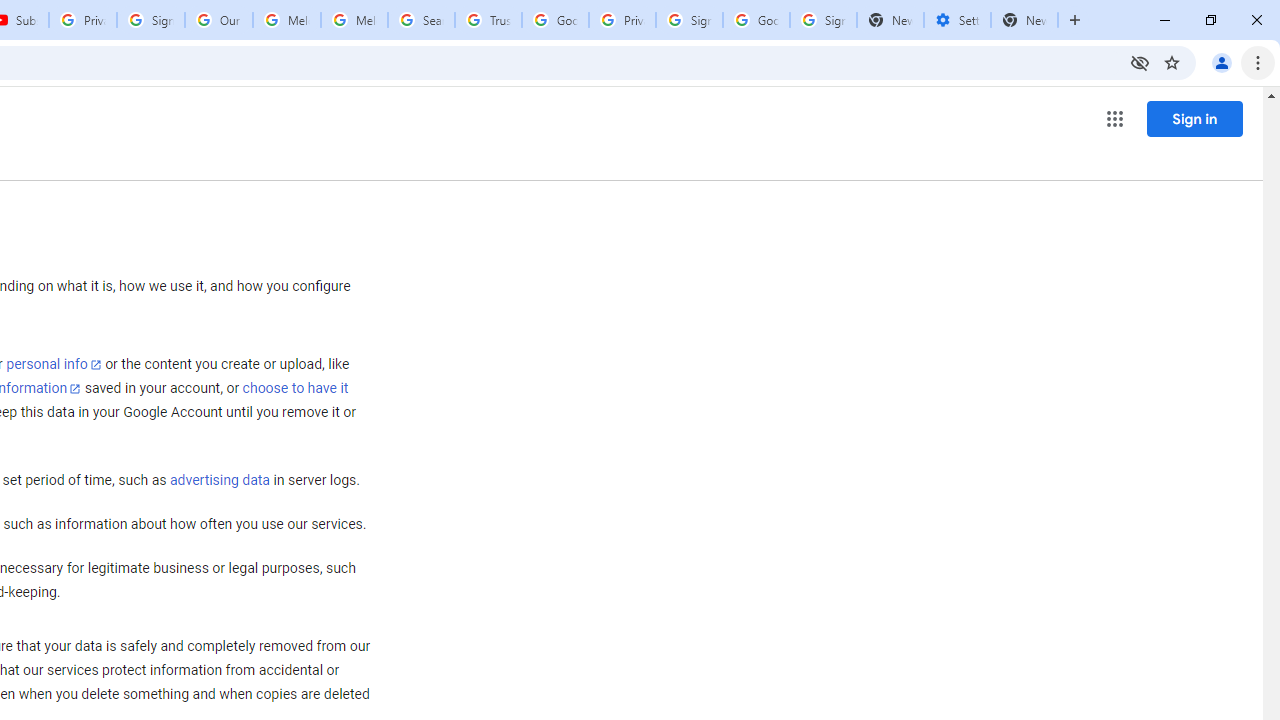 This screenshot has height=720, width=1280. Describe the element at coordinates (1024, 20) in the screenshot. I see `'New Tab'` at that location.